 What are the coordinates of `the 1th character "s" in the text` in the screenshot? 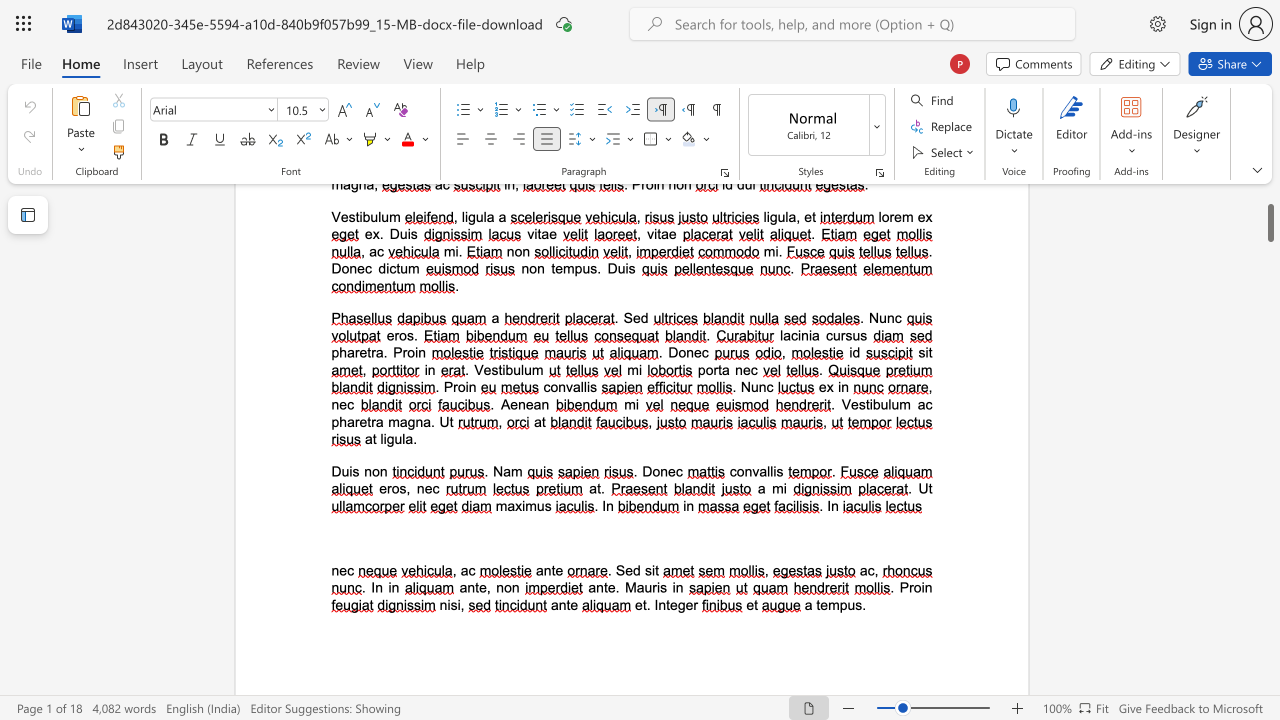 It's located at (648, 570).